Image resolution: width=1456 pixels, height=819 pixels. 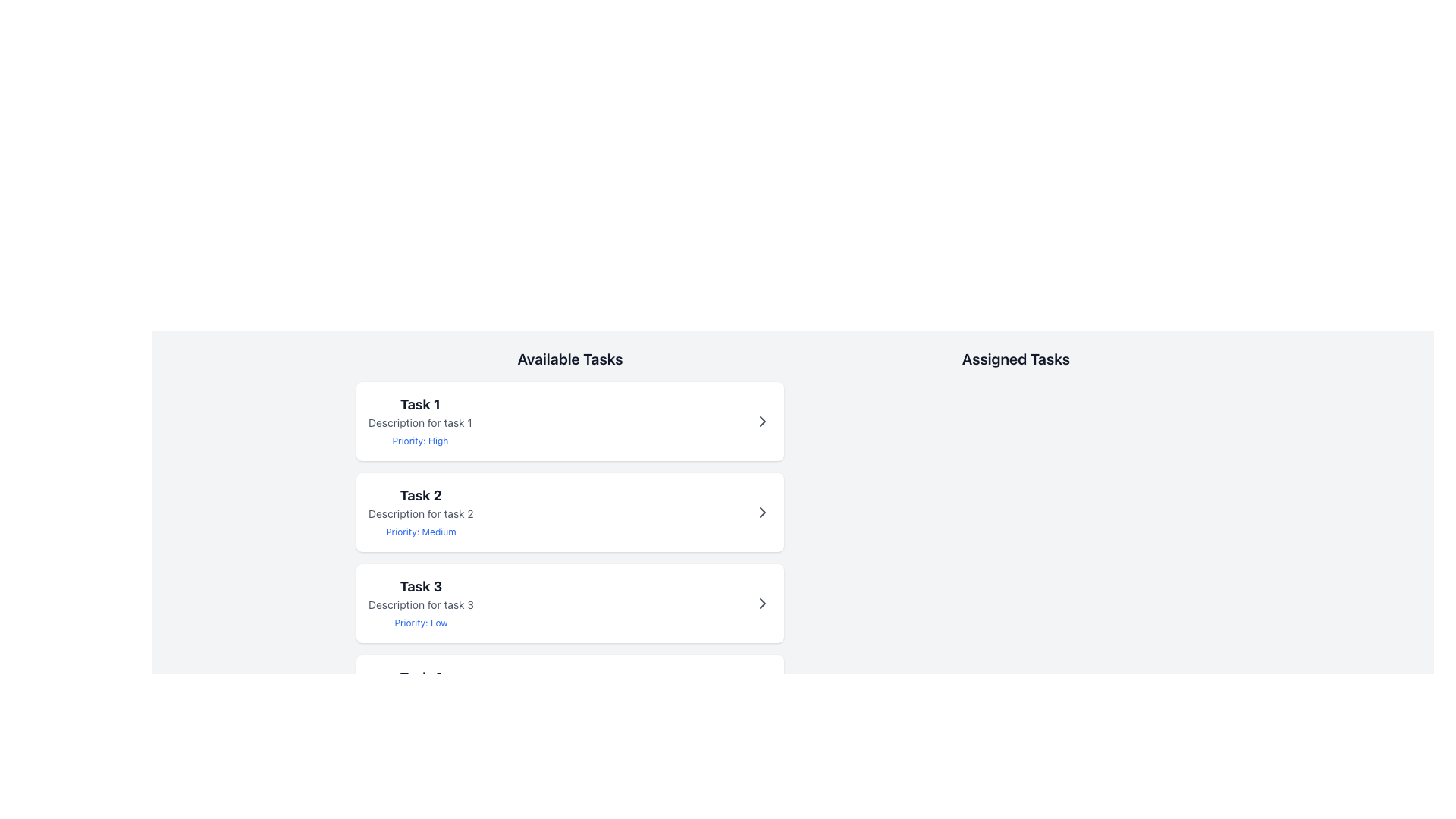 I want to click on the title text label for Task 1, which is the first and distinct title element within the 'Available Tasks' column, so click(x=420, y=403).